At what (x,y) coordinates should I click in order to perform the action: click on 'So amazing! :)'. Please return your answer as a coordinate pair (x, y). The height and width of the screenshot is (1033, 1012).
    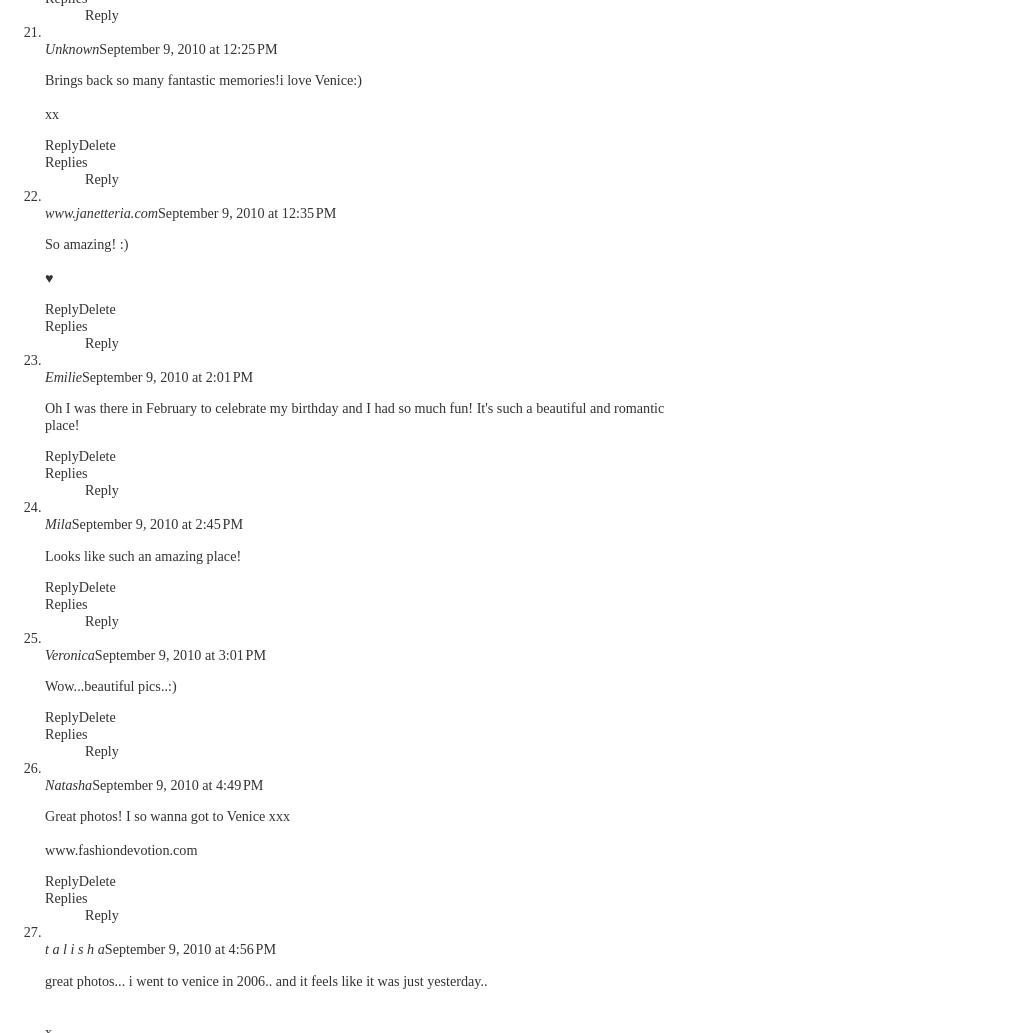
    Looking at the image, I should click on (85, 241).